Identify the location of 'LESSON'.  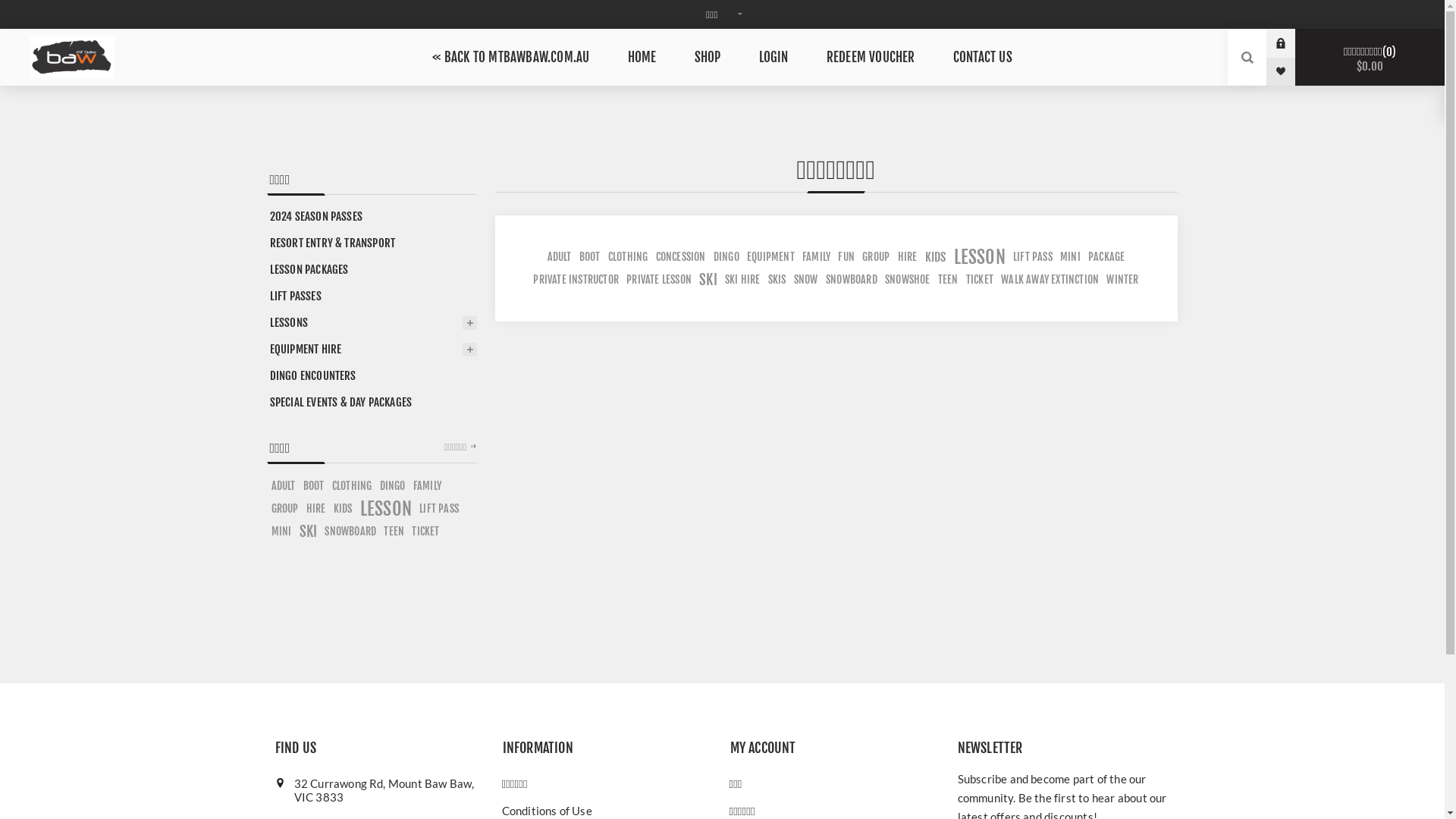
(979, 256).